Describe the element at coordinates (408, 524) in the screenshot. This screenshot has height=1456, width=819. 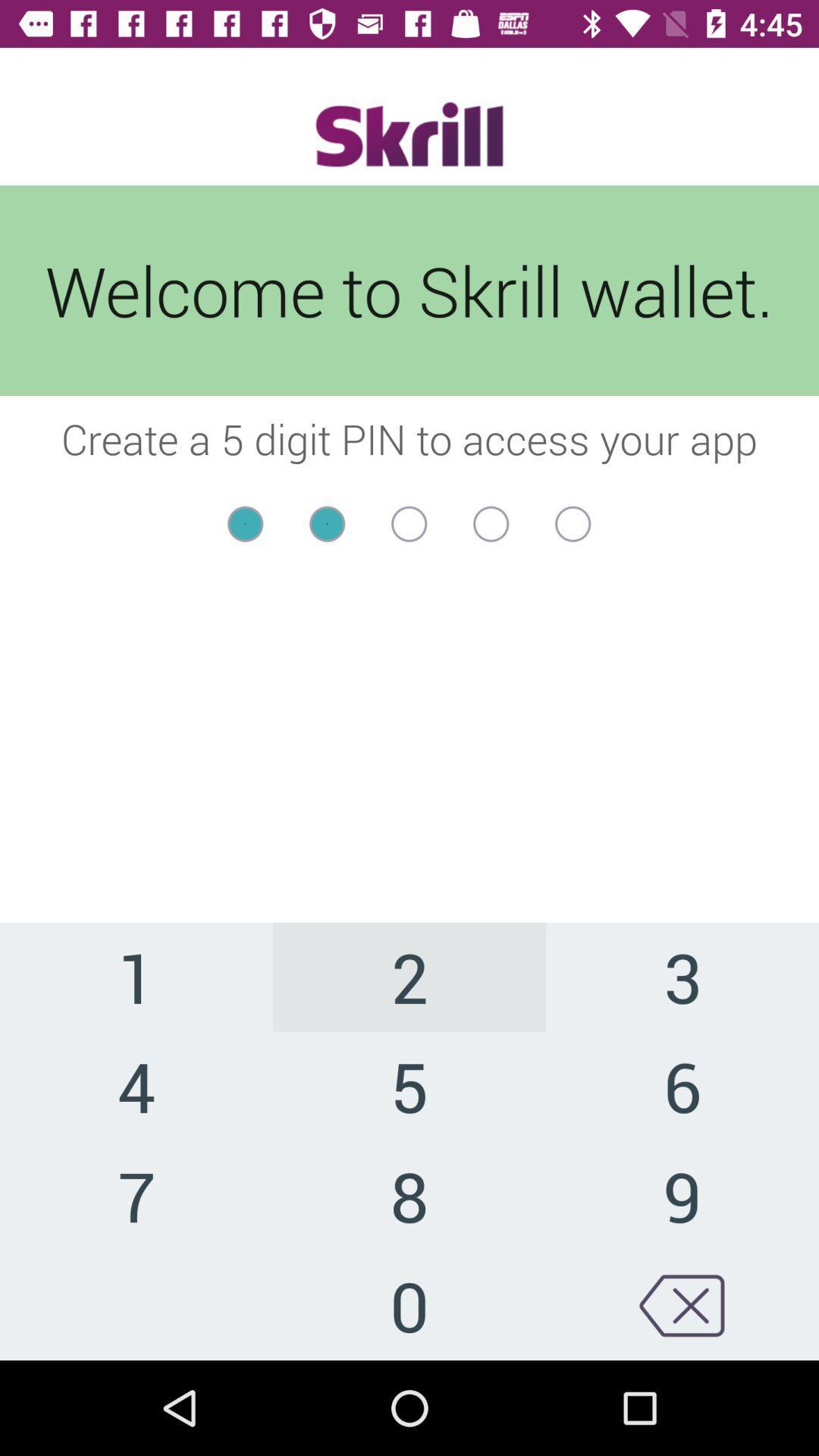
I see `typed pin field` at that location.